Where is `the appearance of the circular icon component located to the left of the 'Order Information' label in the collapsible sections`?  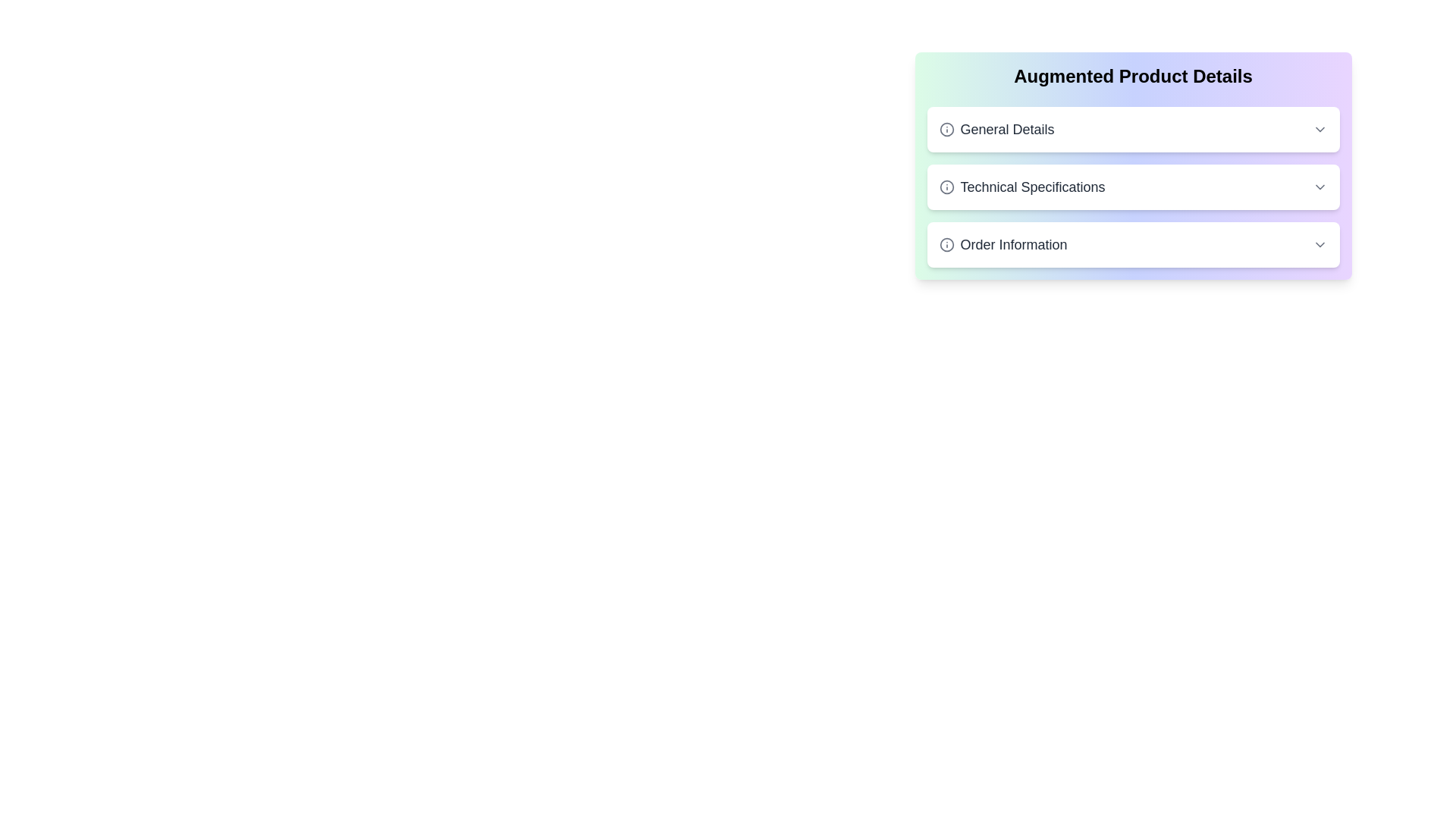
the appearance of the circular icon component located to the left of the 'Order Information' label in the collapsible sections is located at coordinates (946, 244).